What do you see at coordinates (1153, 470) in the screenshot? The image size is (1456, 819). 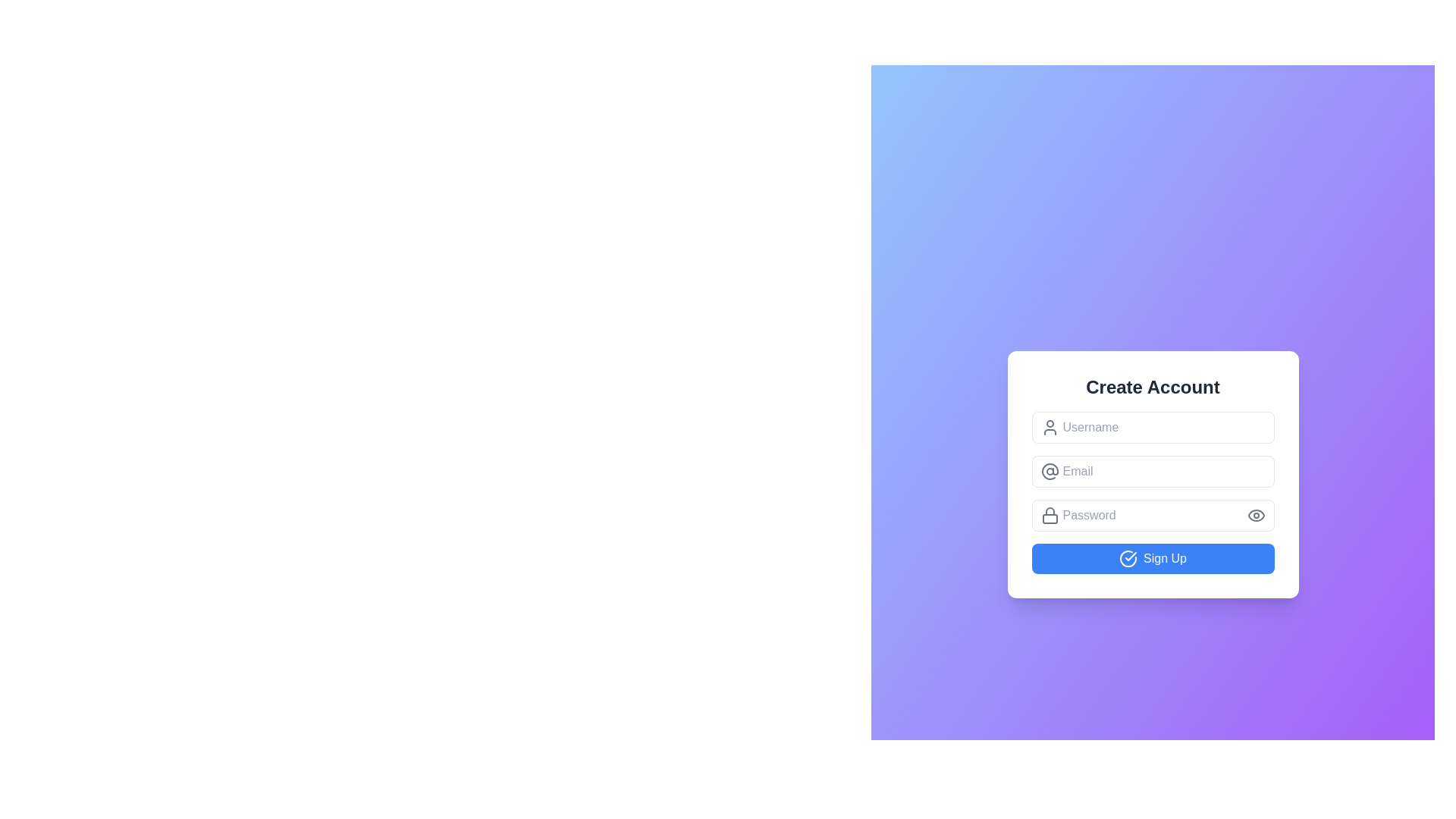 I see `into the email input field located below the 'Username' field and above the 'Password' field in the 'Create Account' modal to focus on it` at bounding box center [1153, 470].